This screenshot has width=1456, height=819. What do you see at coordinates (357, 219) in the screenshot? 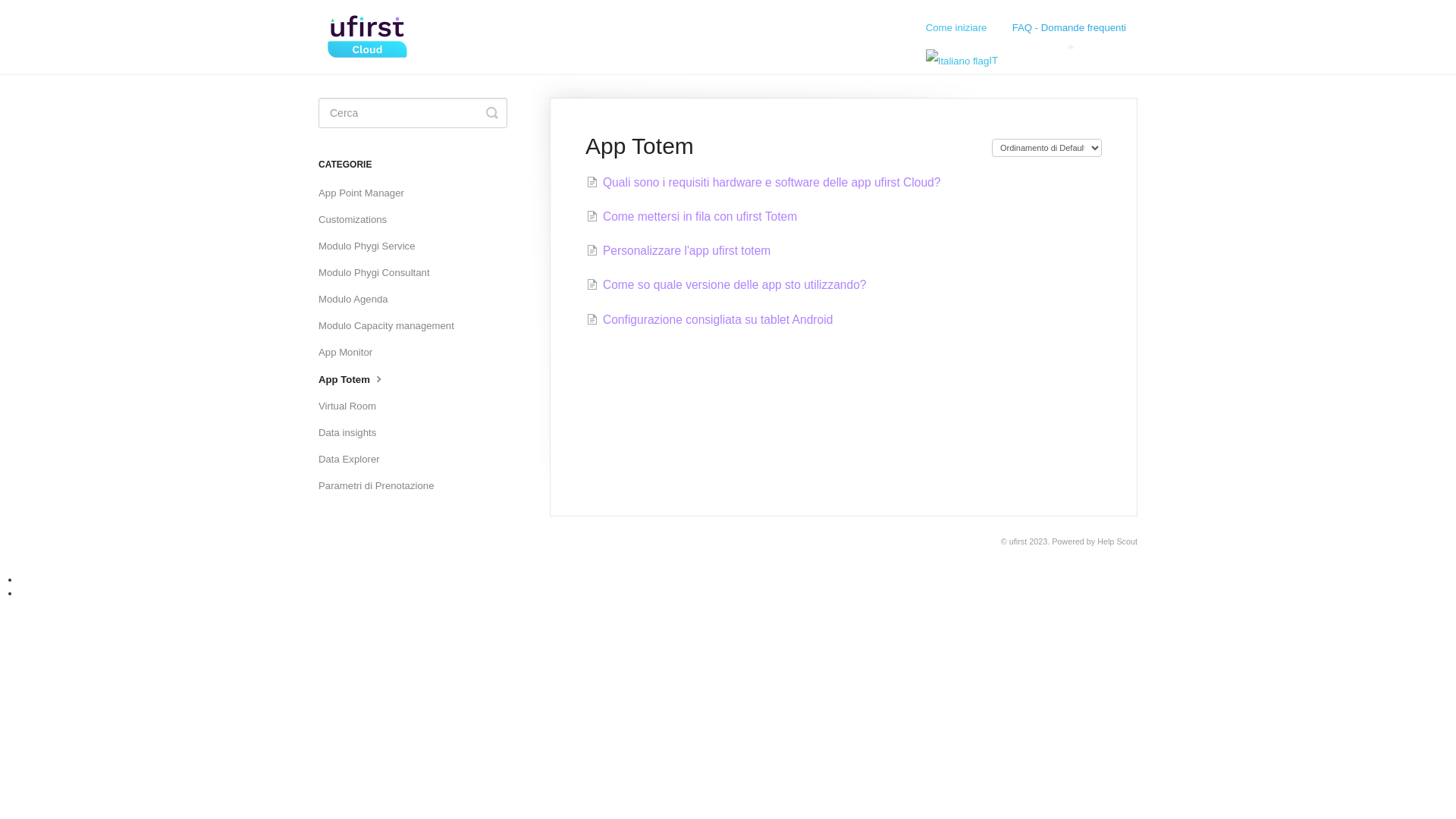
I see `'Customizations'` at bounding box center [357, 219].